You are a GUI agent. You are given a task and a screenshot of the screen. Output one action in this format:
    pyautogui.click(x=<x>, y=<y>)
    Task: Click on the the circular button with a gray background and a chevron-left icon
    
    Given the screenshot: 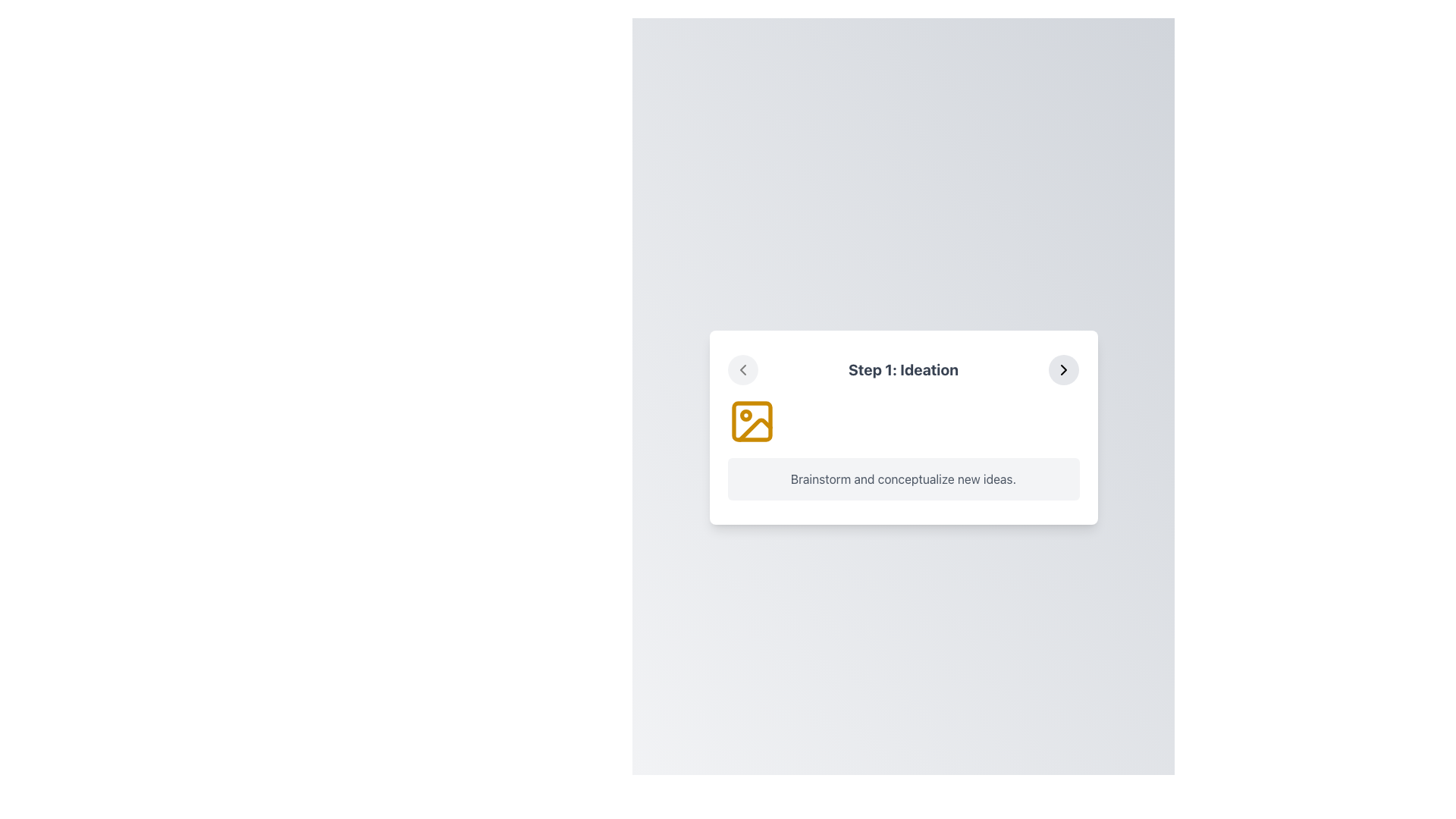 What is the action you would take?
    pyautogui.click(x=742, y=370)
    